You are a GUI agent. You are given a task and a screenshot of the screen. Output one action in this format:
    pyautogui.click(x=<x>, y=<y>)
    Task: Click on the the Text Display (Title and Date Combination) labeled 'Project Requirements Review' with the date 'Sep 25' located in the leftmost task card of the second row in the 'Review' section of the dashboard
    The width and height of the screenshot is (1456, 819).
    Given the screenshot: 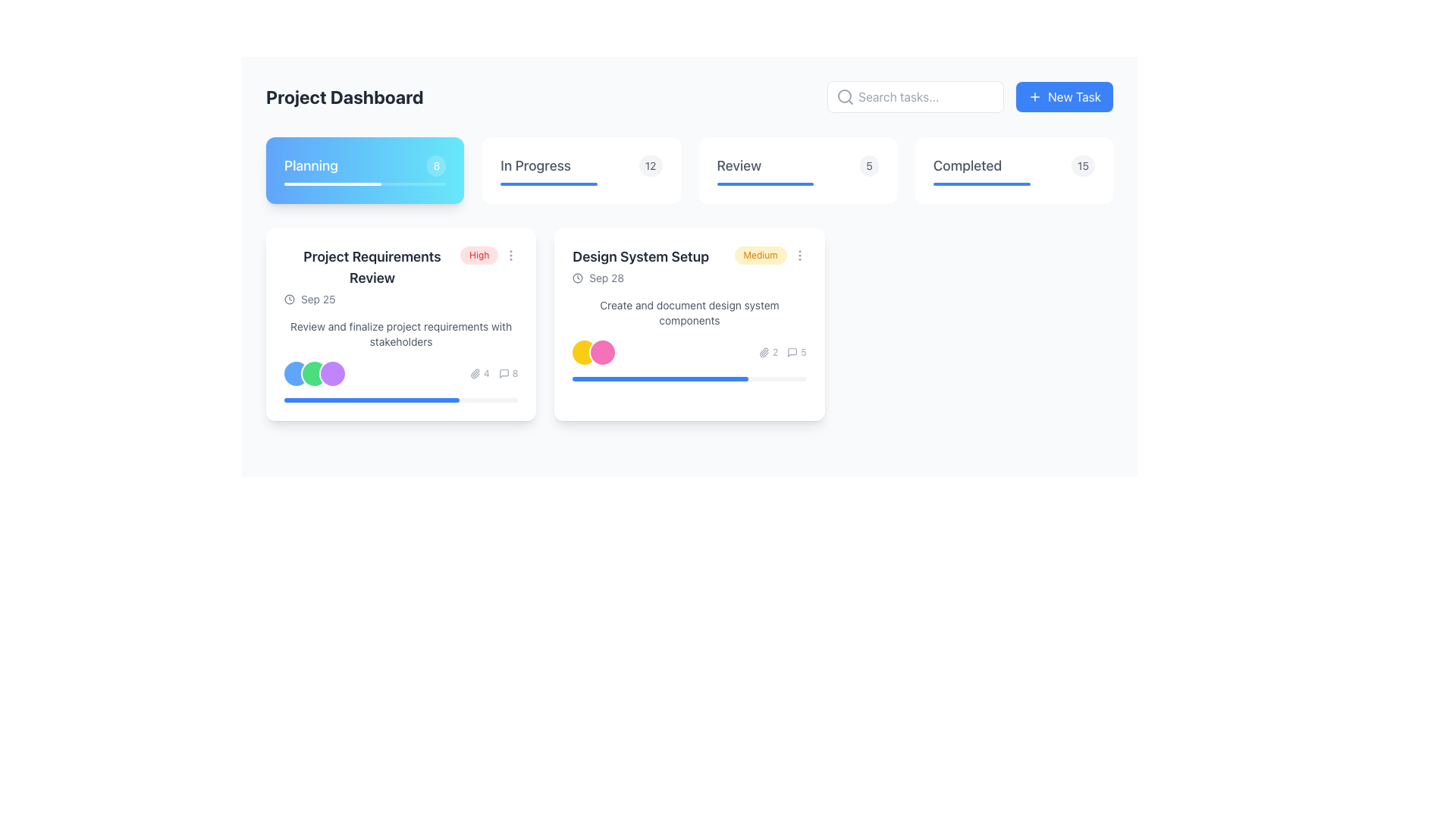 What is the action you would take?
    pyautogui.click(x=372, y=277)
    